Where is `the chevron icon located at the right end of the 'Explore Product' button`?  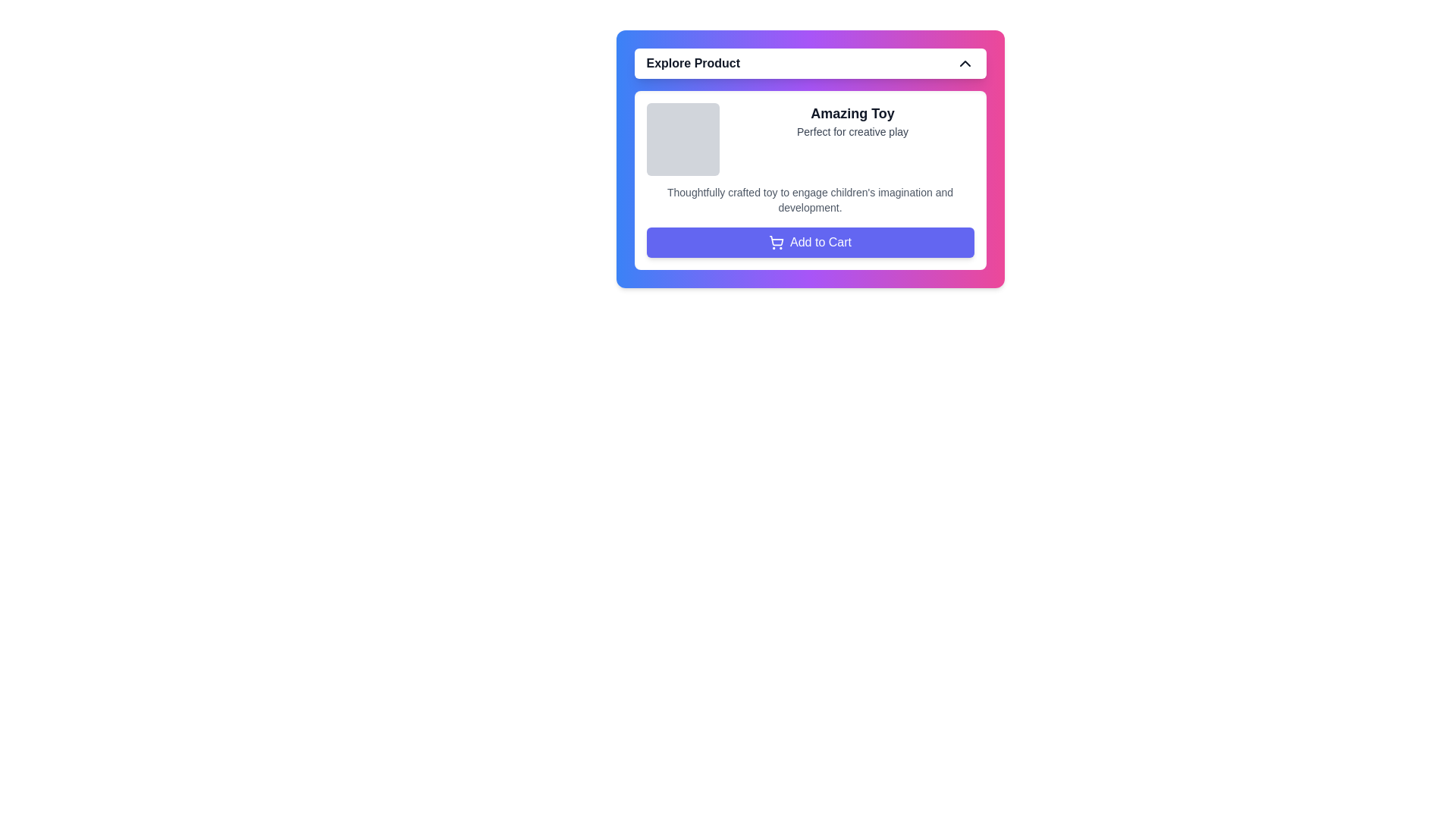
the chevron icon located at the right end of the 'Explore Product' button is located at coordinates (964, 63).